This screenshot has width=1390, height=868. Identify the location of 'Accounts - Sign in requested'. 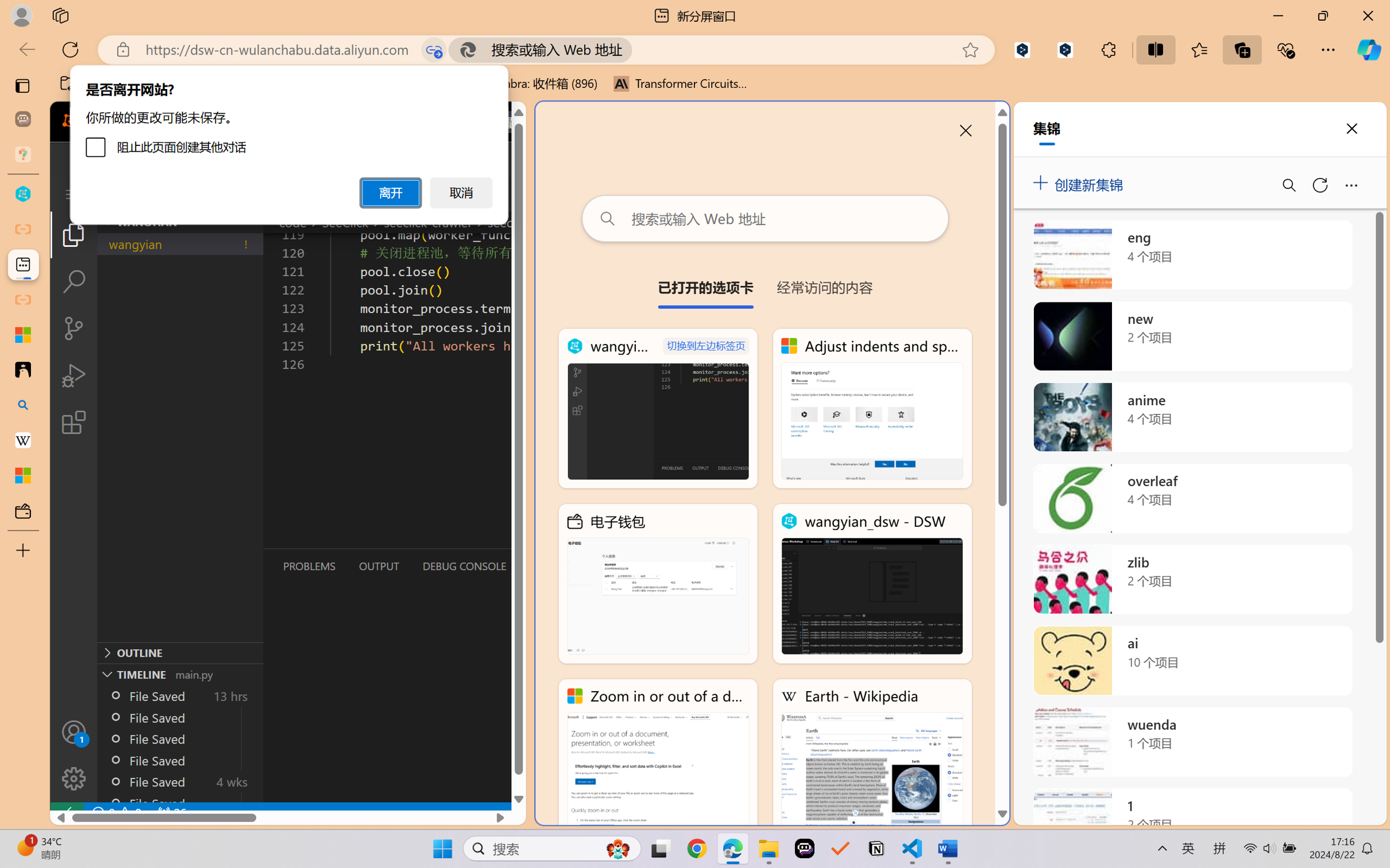
(73, 731).